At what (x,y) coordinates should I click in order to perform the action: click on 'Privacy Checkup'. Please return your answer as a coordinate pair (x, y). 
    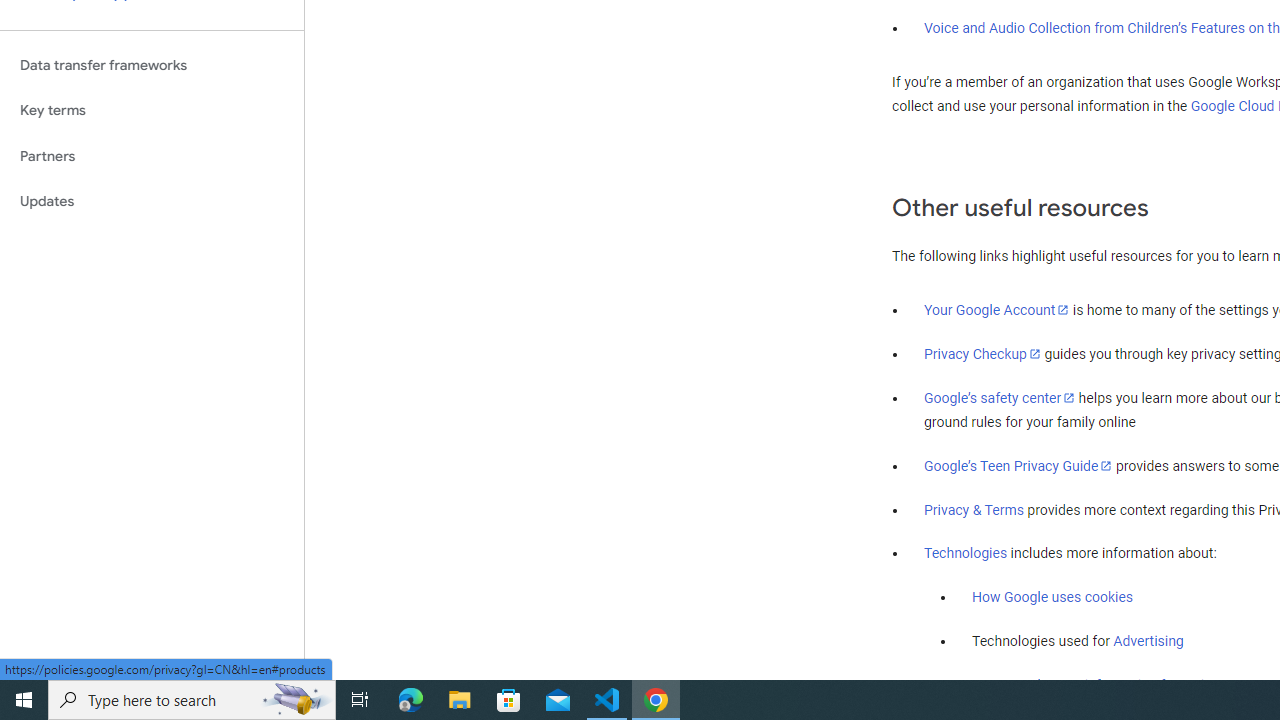
    Looking at the image, I should click on (982, 352).